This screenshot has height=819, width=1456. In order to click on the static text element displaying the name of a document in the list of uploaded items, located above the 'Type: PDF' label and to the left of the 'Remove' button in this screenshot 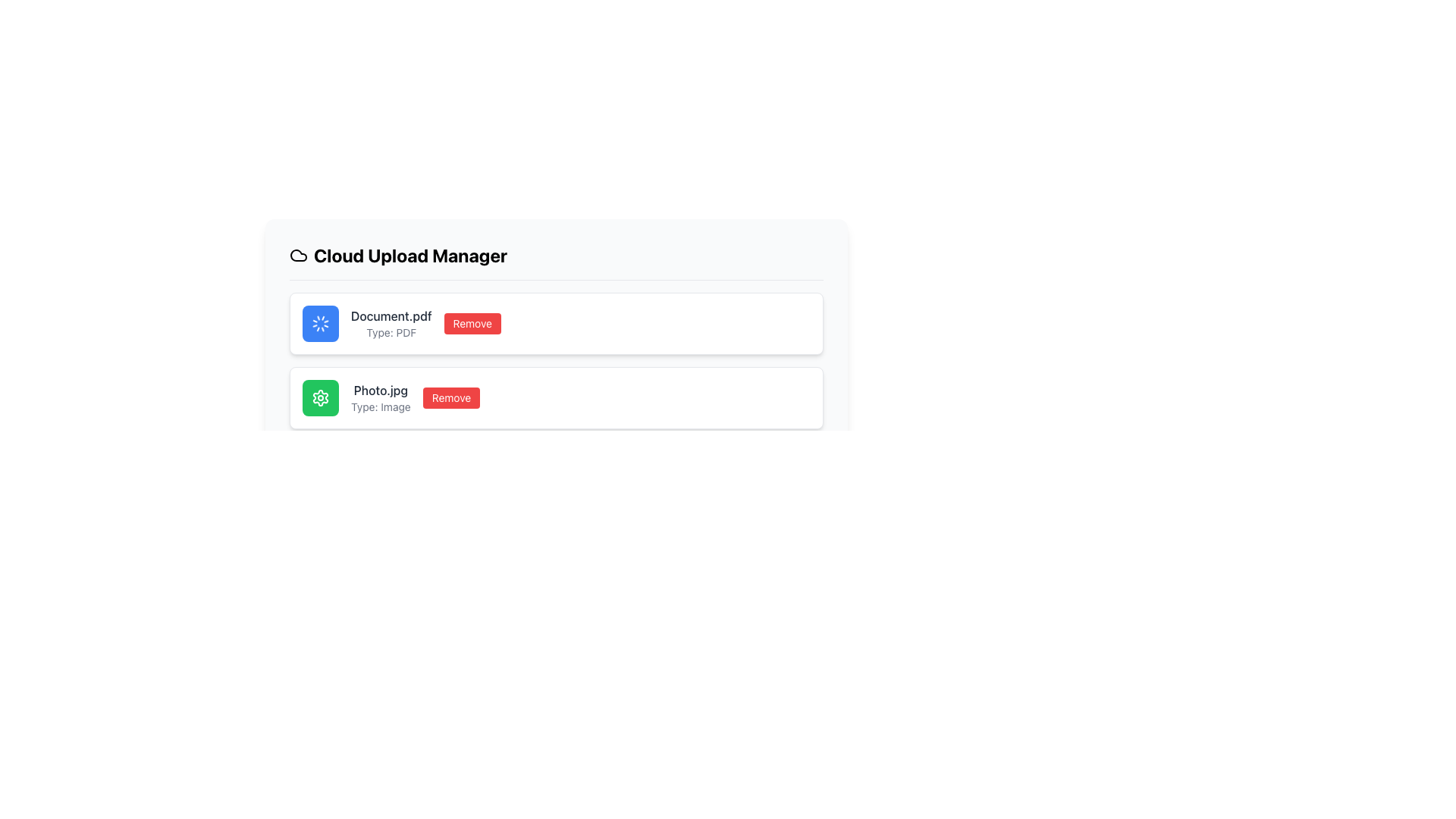, I will do `click(391, 315)`.